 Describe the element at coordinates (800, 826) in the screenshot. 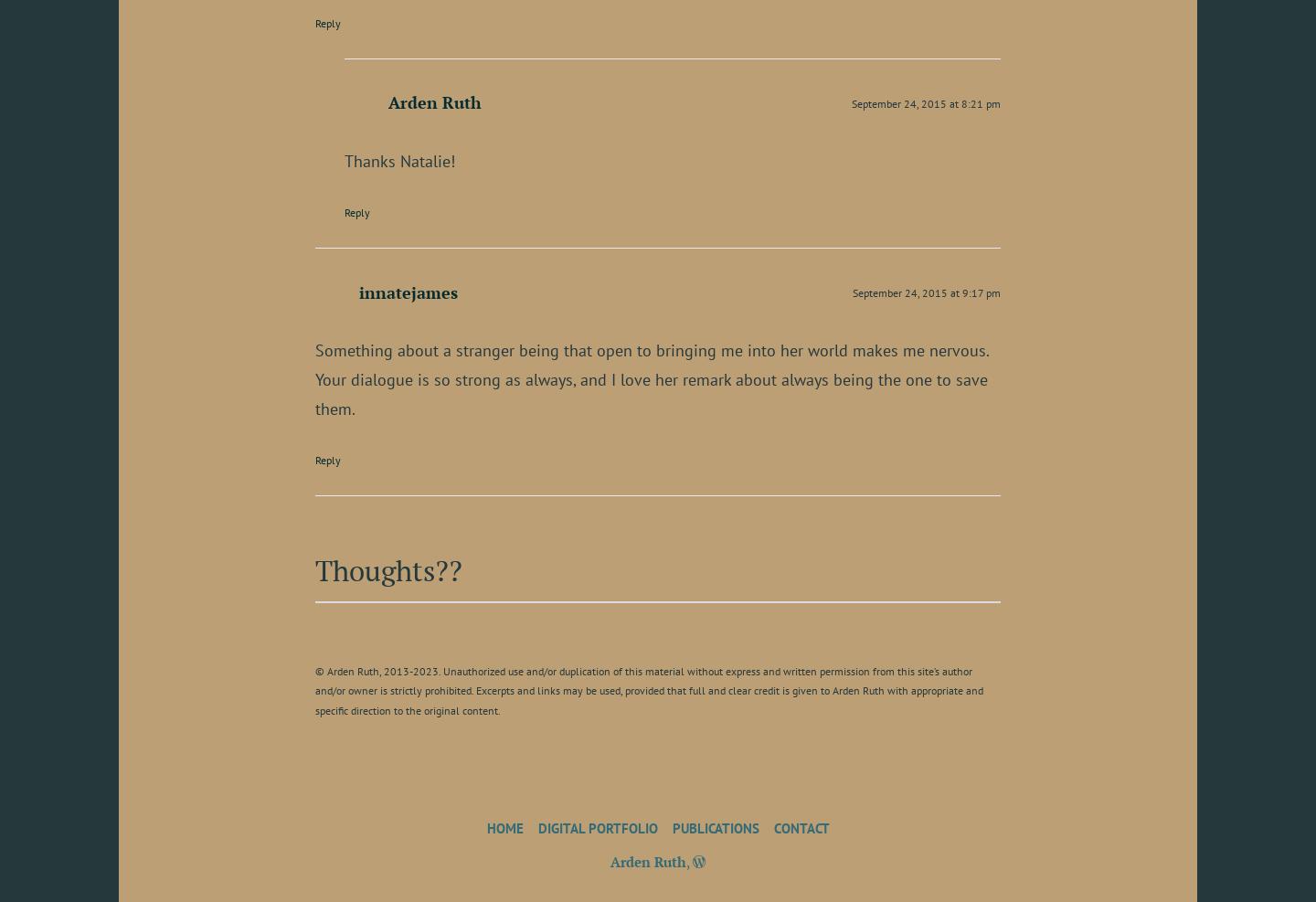

I see `'contact'` at that location.